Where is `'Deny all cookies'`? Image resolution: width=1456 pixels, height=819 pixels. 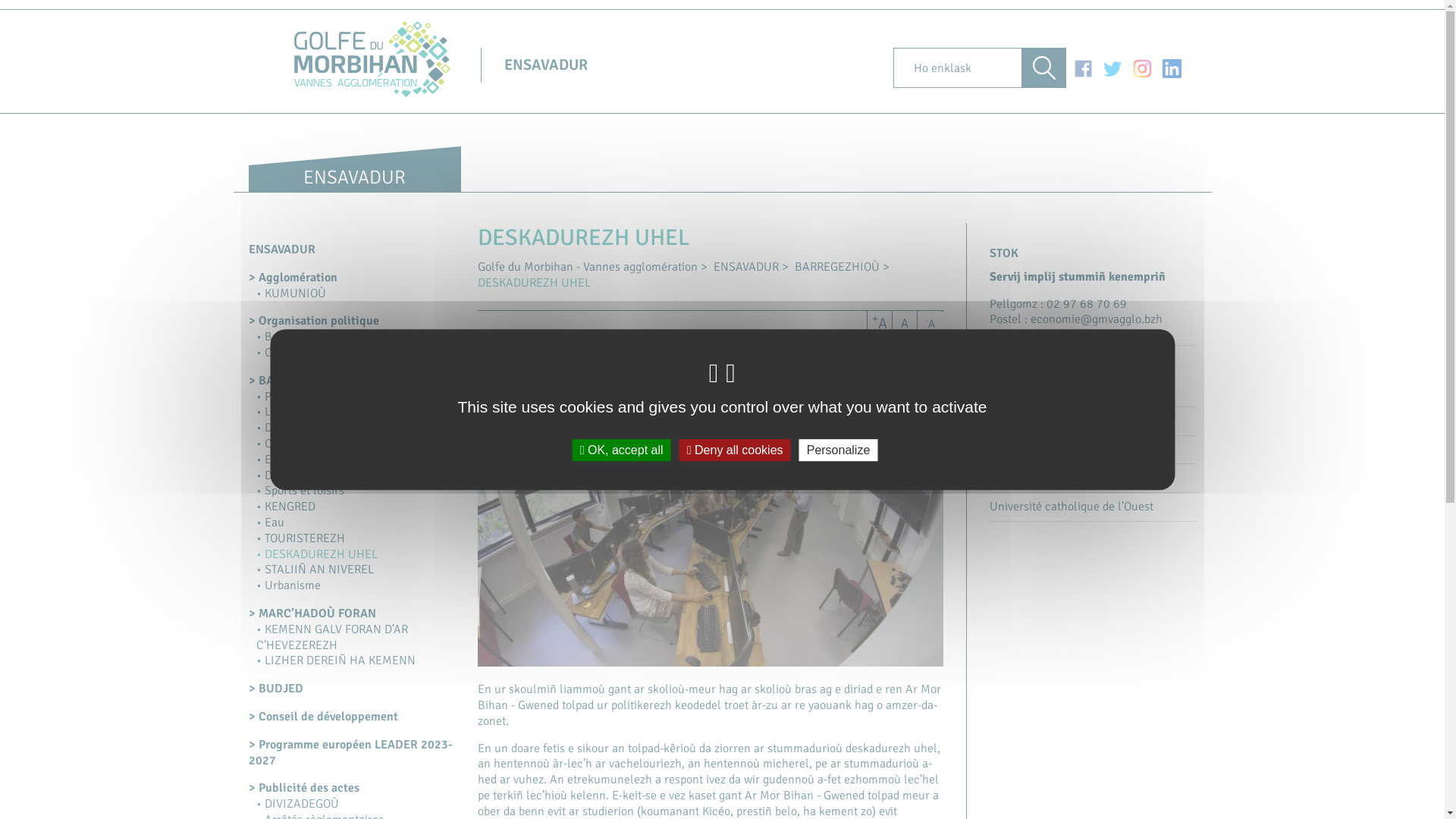 'Deny all cookies' is located at coordinates (735, 449).